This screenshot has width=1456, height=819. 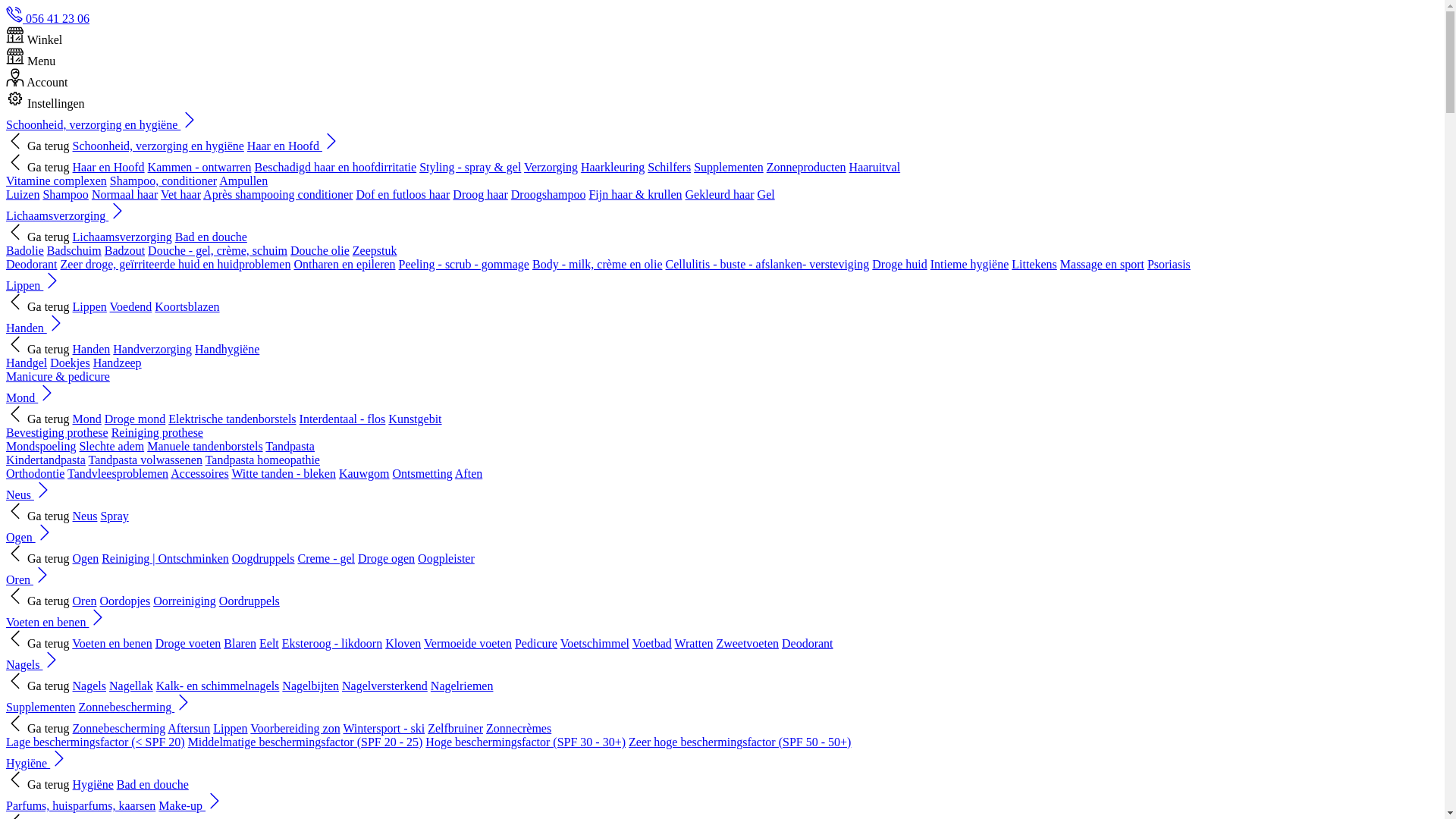 What do you see at coordinates (524, 167) in the screenshot?
I see `'Verzorging'` at bounding box center [524, 167].